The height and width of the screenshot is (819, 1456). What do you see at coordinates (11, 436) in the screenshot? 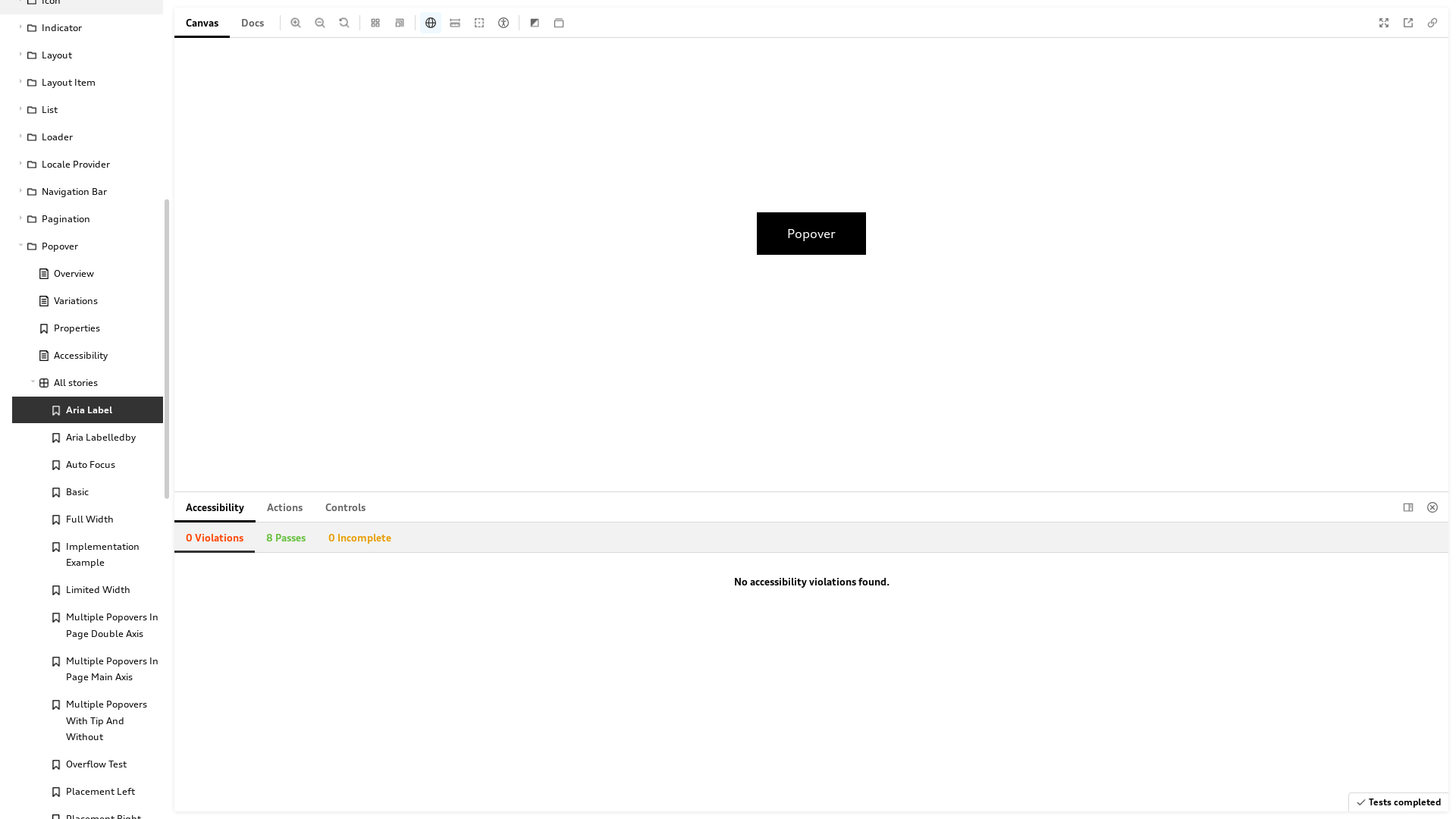
I see `'Aria Labelledby'` at bounding box center [11, 436].